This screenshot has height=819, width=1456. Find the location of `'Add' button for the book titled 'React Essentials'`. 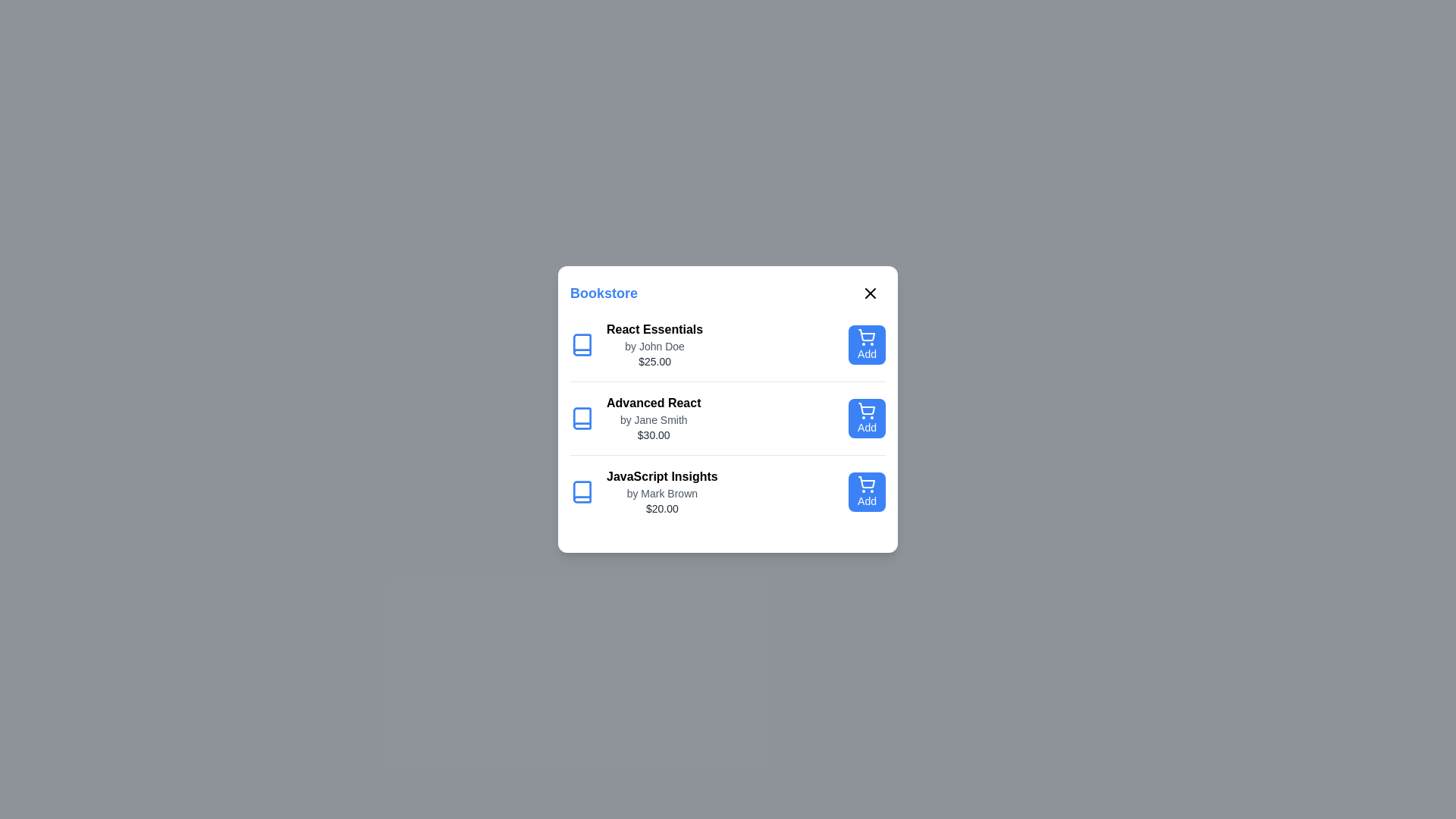

'Add' button for the book titled 'React Essentials' is located at coordinates (867, 345).